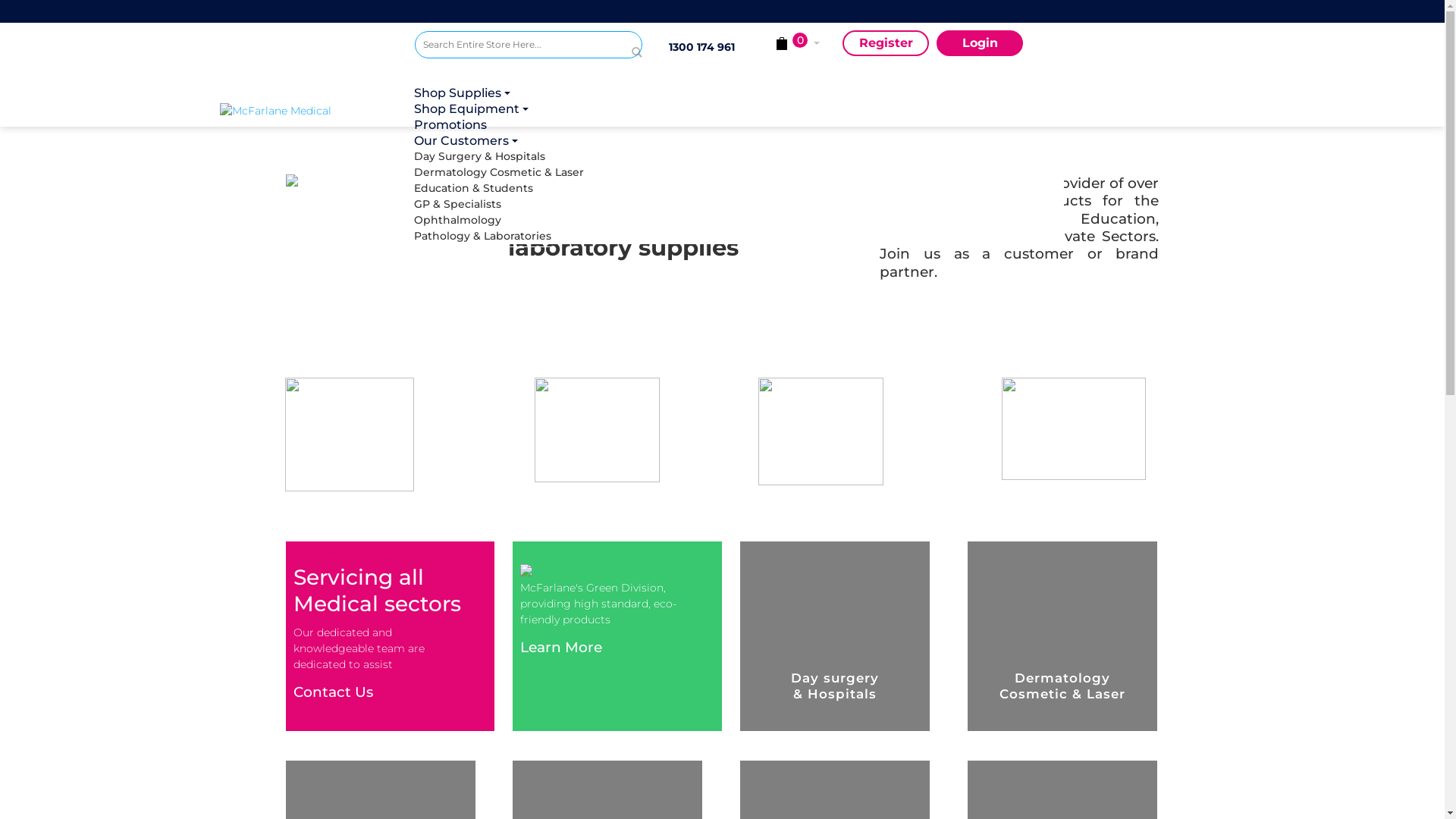 Image resolution: width=1456 pixels, height=819 pixels. What do you see at coordinates (463, 93) in the screenshot?
I see `'Shop Supplies  '` at bounding box center [463, 93].